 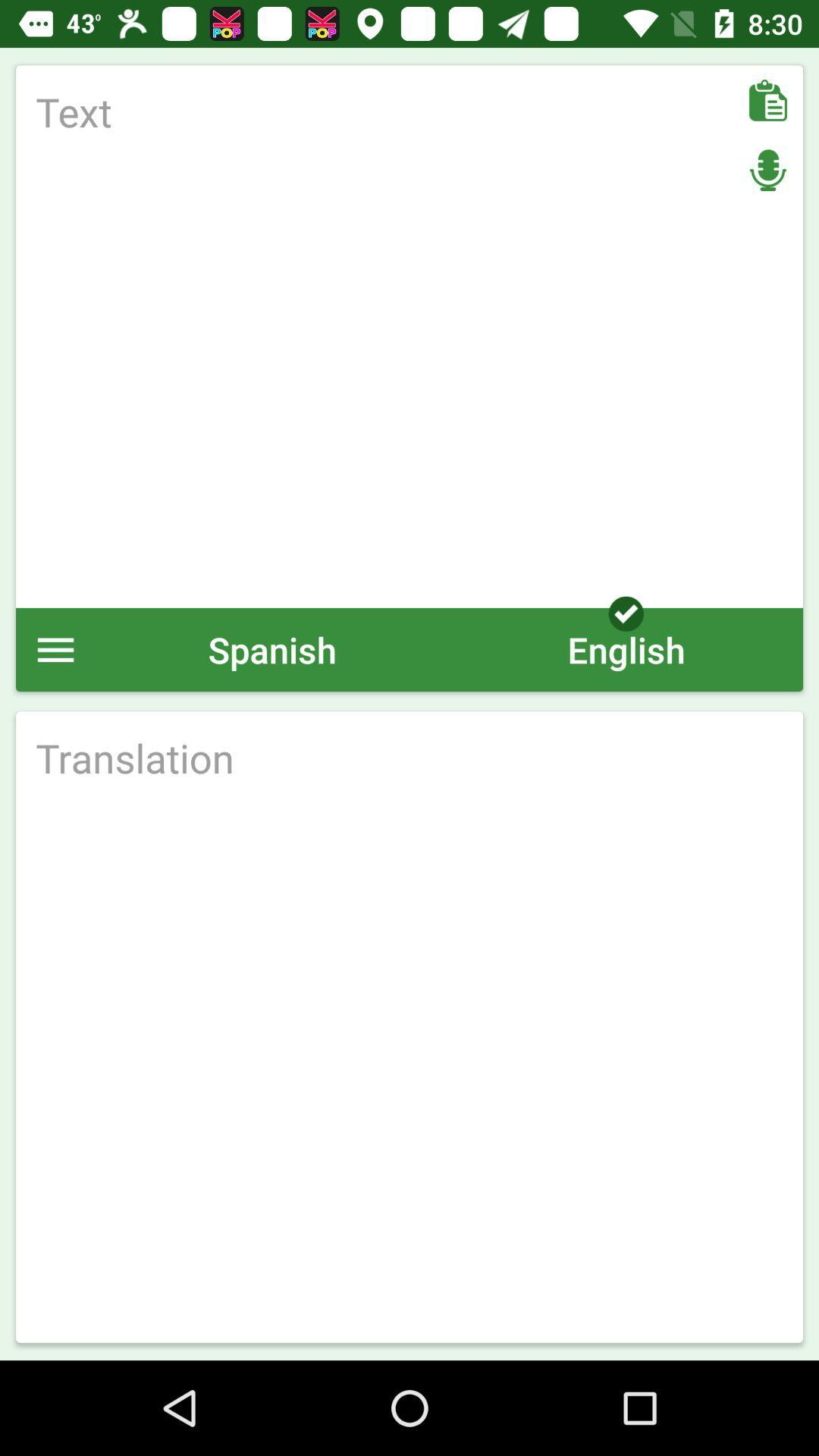 I want to click on hit button, so click(x=409, y=758).